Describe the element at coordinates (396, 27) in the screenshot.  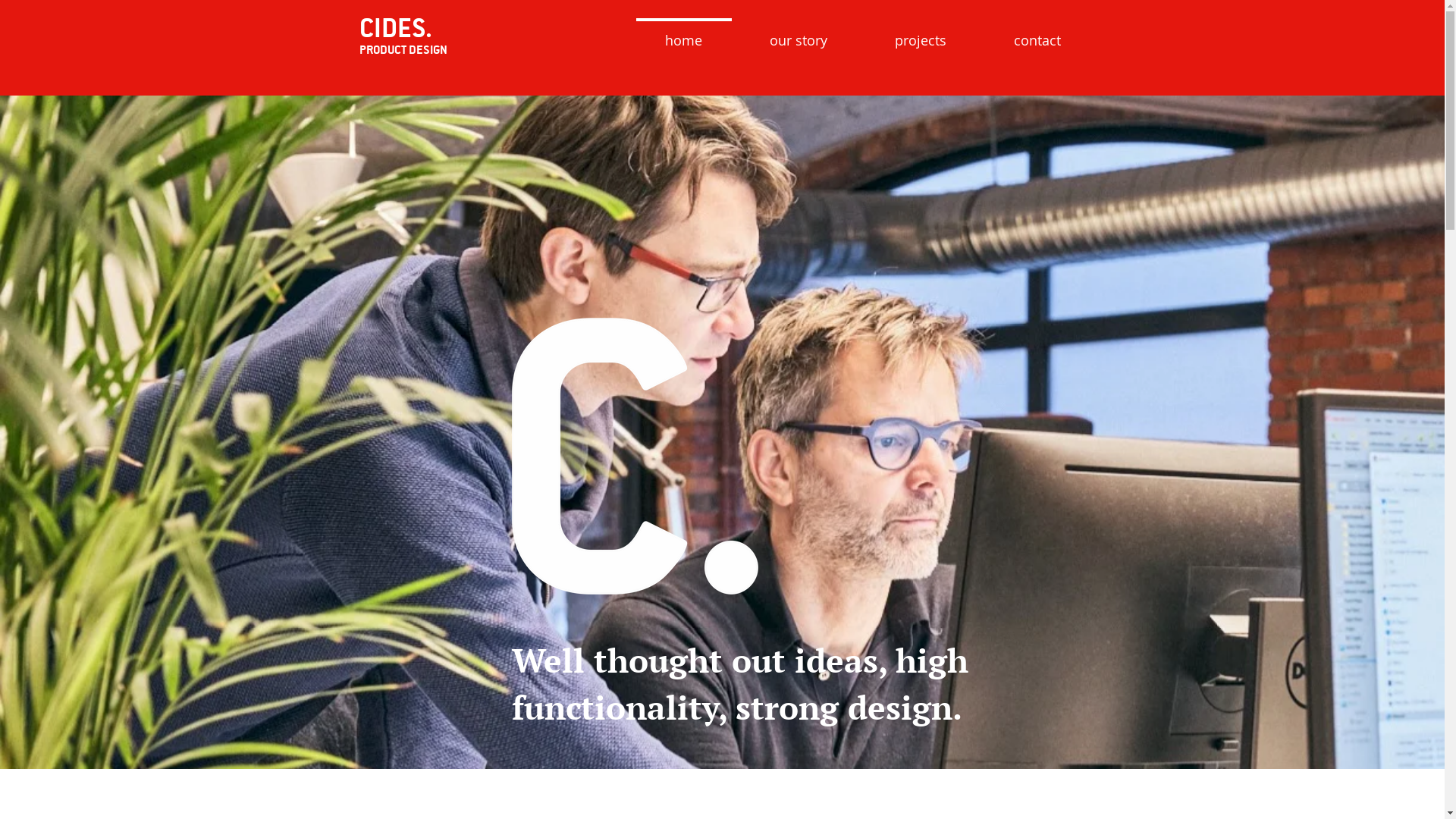
I see `'CIDES.'` at that location.